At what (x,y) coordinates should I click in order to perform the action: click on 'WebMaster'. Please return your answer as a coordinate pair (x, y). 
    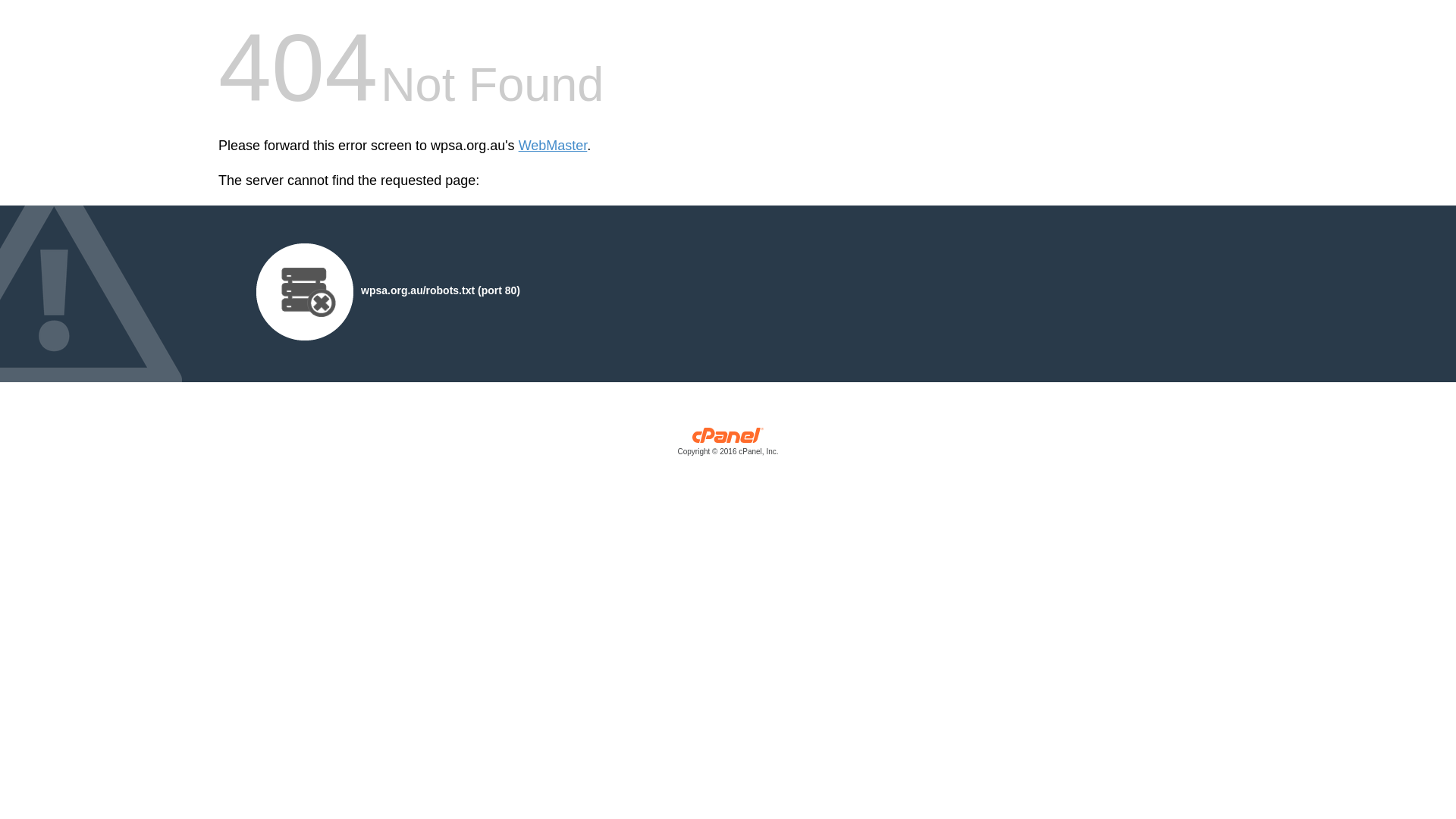
    Looking at the image, I should click on (552, 146).